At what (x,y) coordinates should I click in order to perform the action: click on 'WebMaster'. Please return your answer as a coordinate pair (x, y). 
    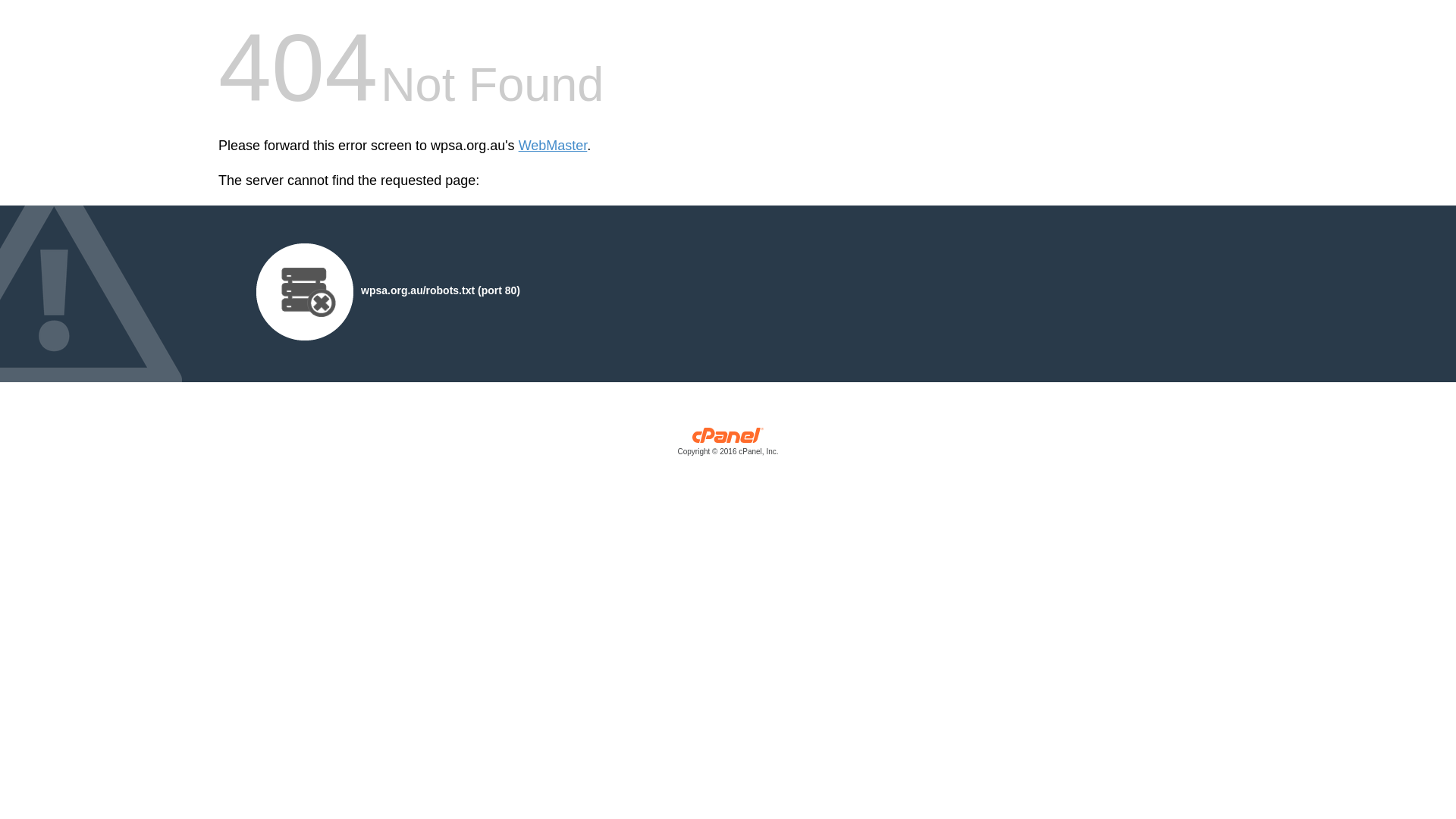
    Looking at the image, I should click on (552, 146).